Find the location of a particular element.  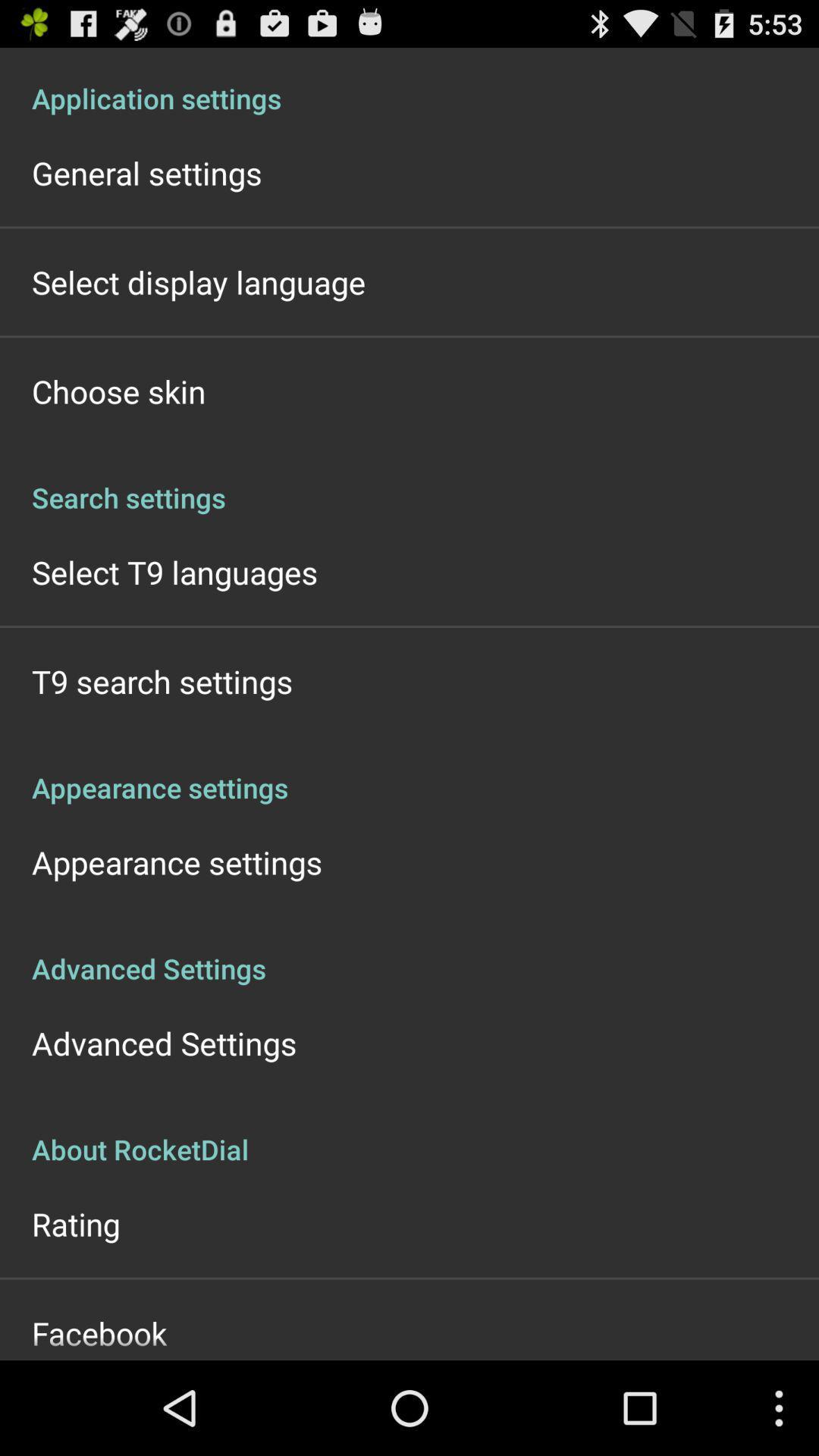

the icon above the search settings app is located at coordinates (118, 391).